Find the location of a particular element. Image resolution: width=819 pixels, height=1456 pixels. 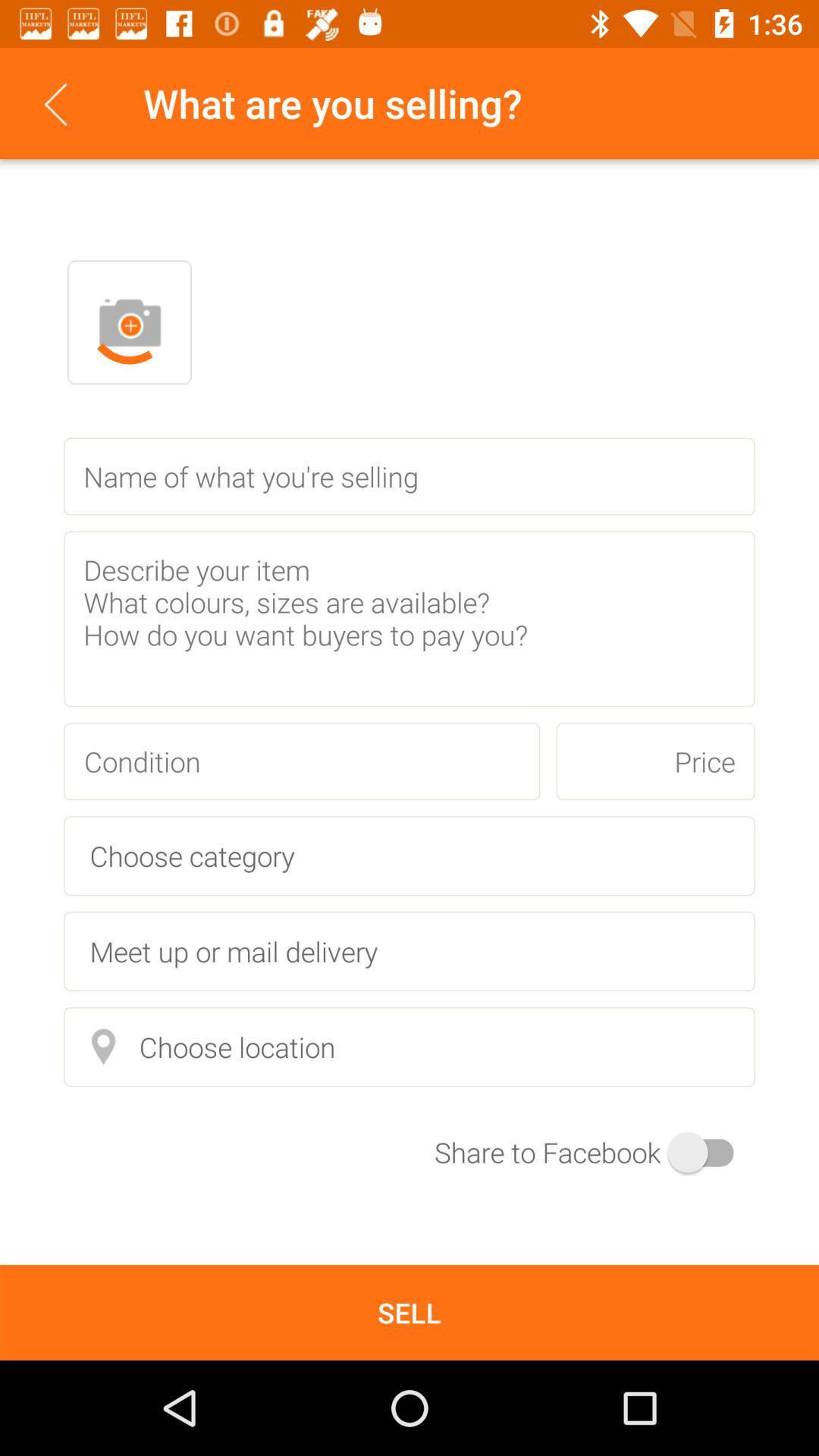

the text field which is below the profile button is located at coordinates (409, 475).